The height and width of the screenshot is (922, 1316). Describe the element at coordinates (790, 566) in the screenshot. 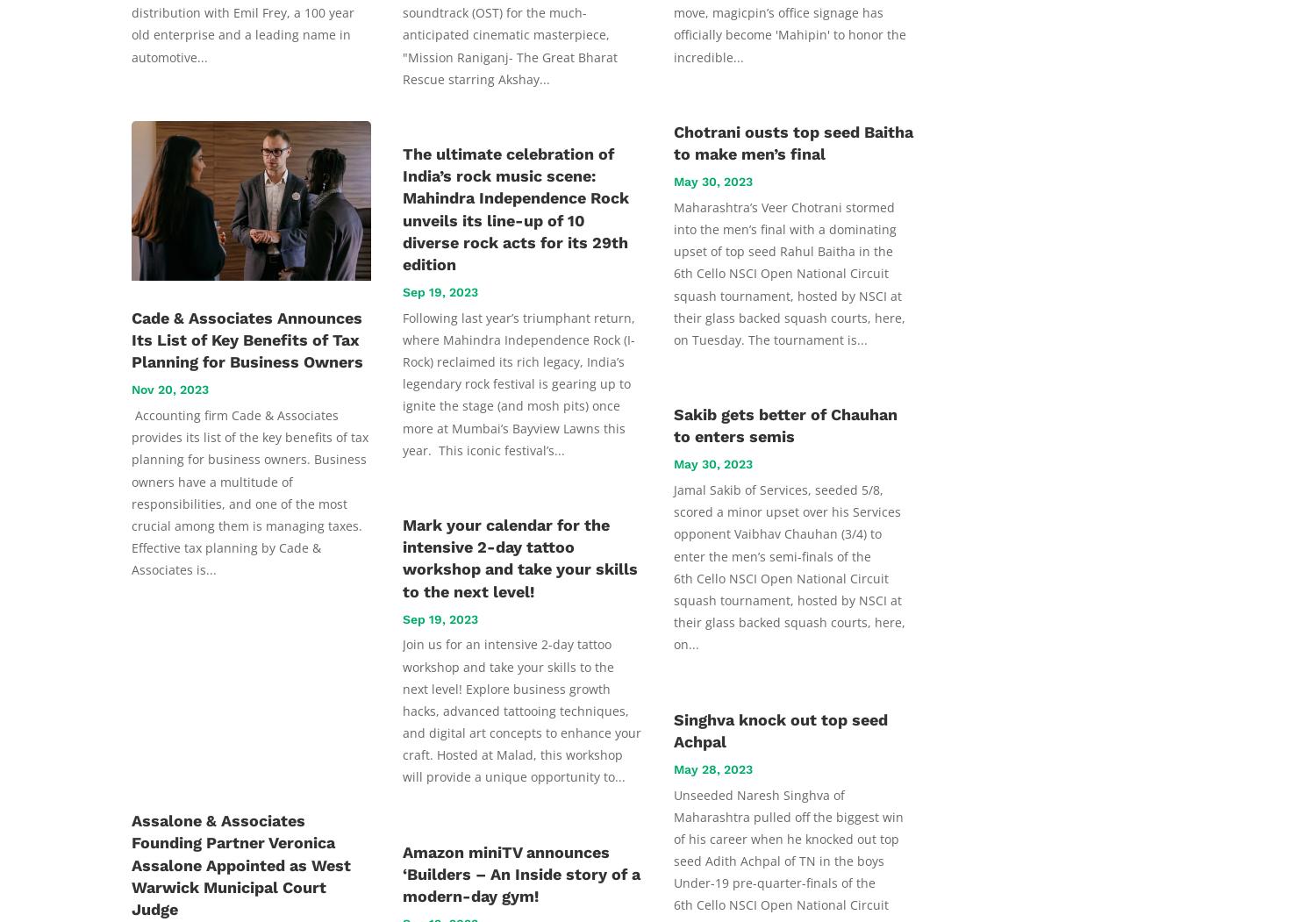

I see `'Jamal Sakib of Services, seeded 5/8, scored a minor upset over his Services opponent Vaibhav Chauhan (3/4) to enter the men’s semi-finals of the 6th Cello NSCI Open National Circuit squash tournament, hosted by NSCI at their glass backed squash courts, here, on...'` at that location.